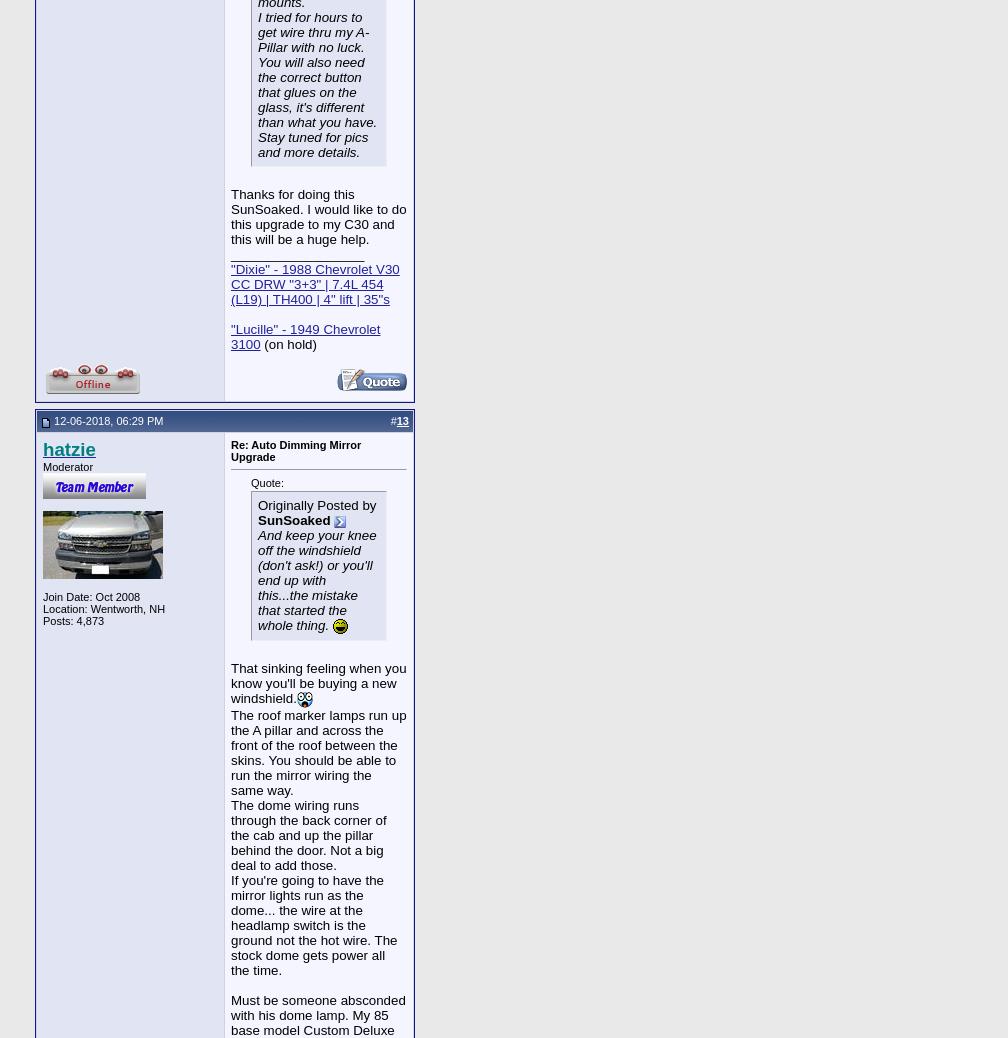 This screenshot has width=1008, height=1038. Describe the element at coordinates (231, 682) in the screenshot. I see `'That sinking feeling when you know you'll be buying a new windshield.'` at that location.